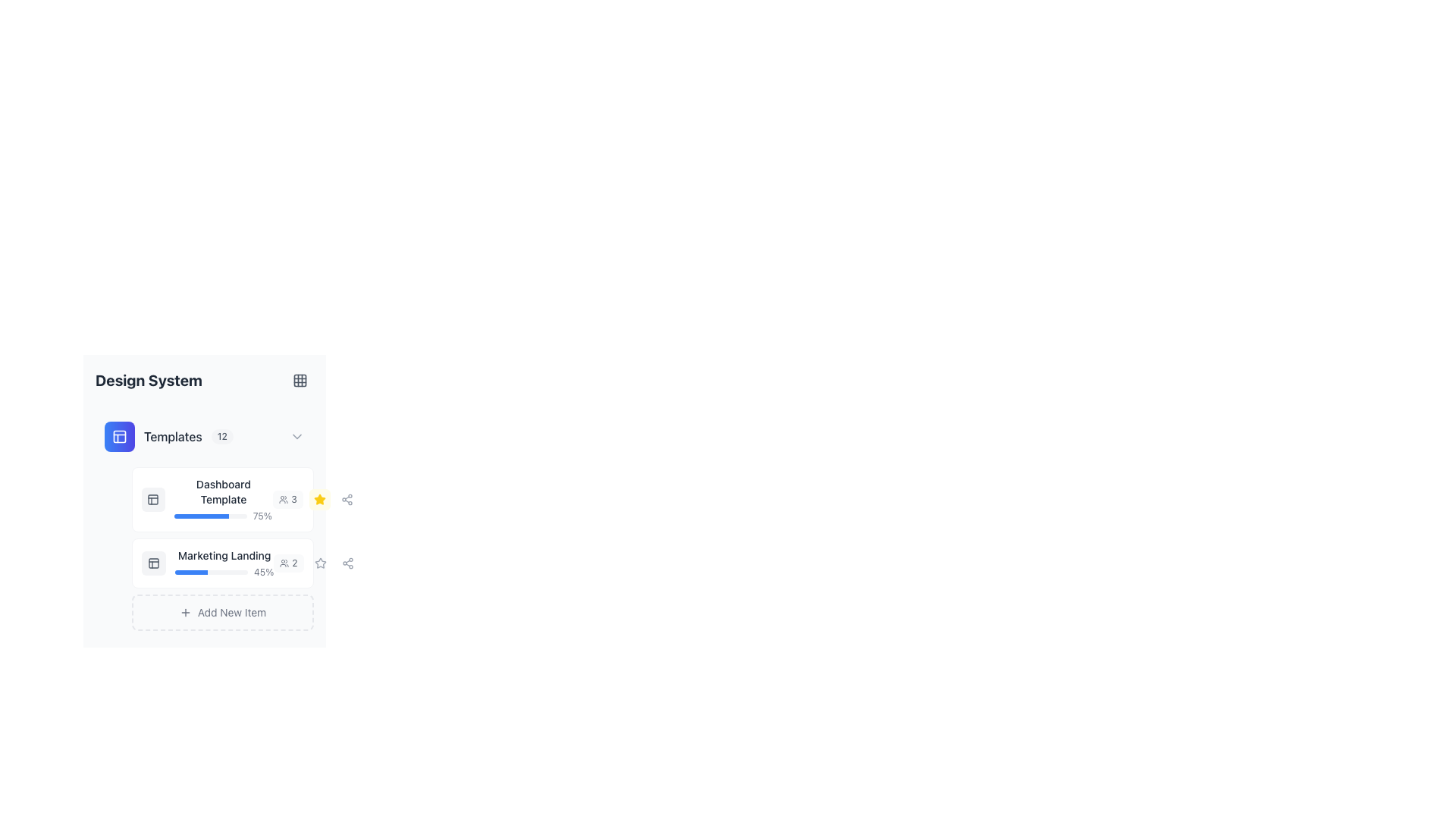  What do you see at coordinates (184, 611) in the screenshot?
I see `the SVG icon resembling a plus sign located to the left of the 'Add New Item' text within the interactive component at the bottom of the interface` at bounding box center [184, 611].